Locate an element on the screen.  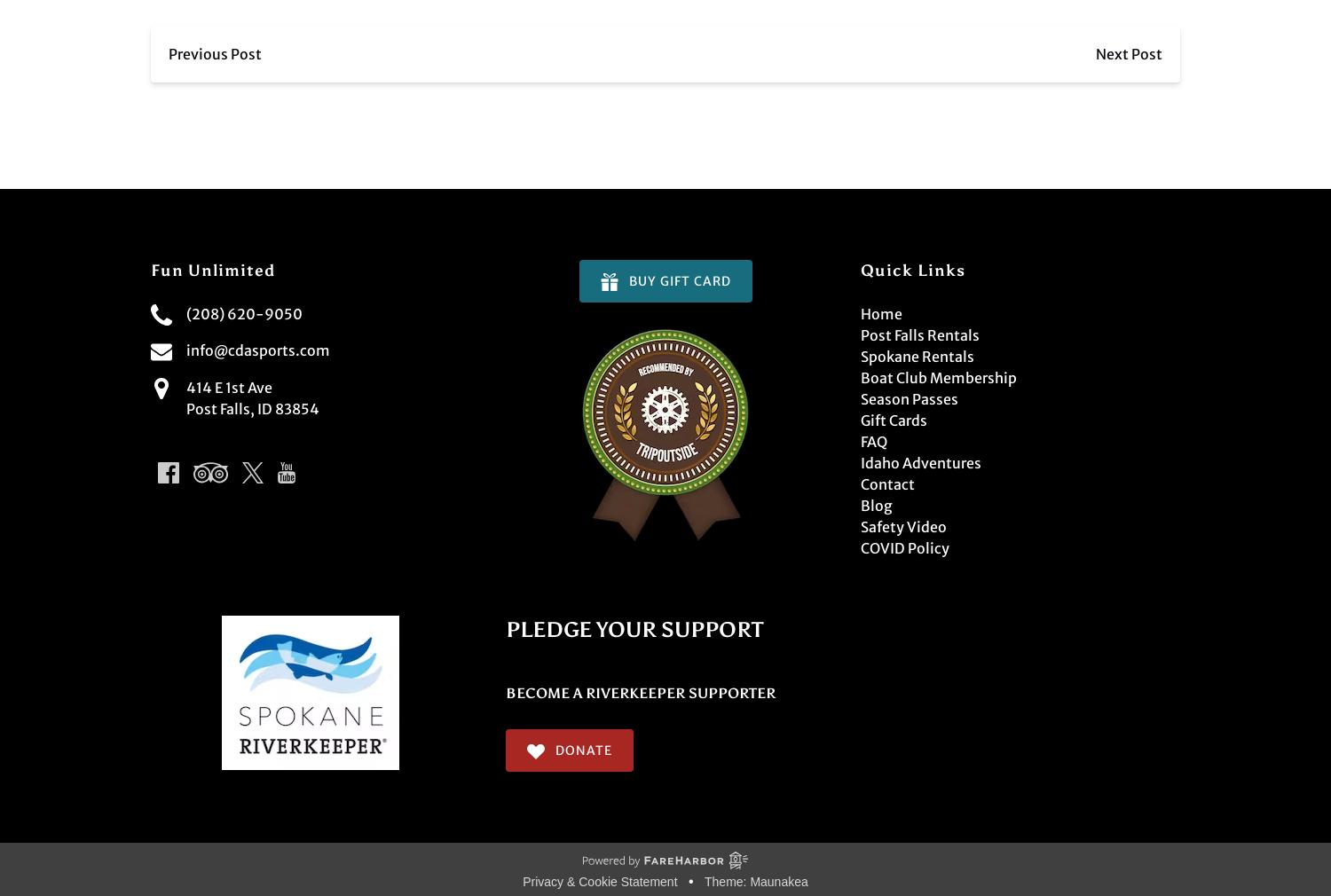
'Donate' is located at coordinates (581, 750).